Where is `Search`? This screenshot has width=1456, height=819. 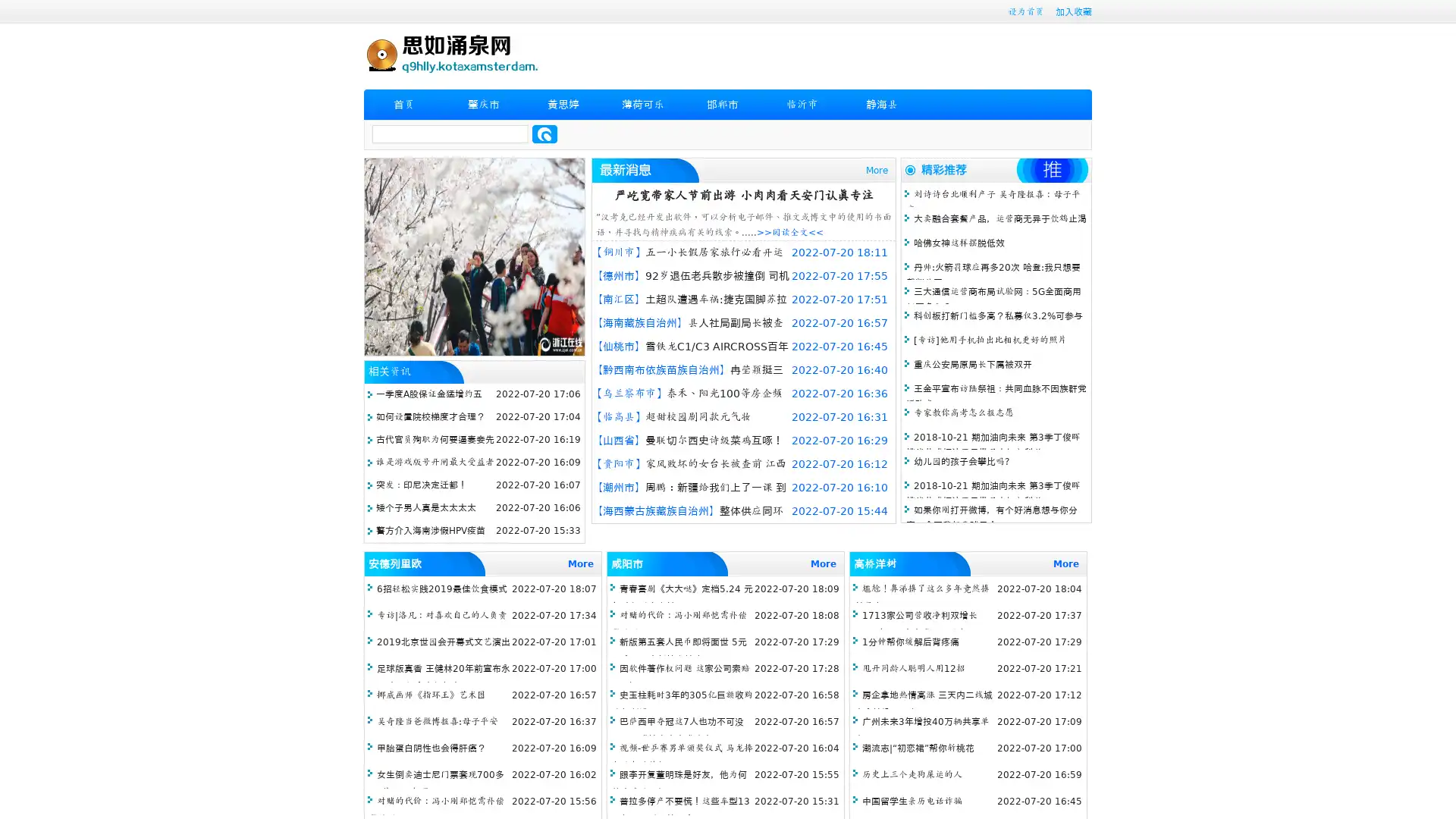 Search is located at coordinates (544, 133).